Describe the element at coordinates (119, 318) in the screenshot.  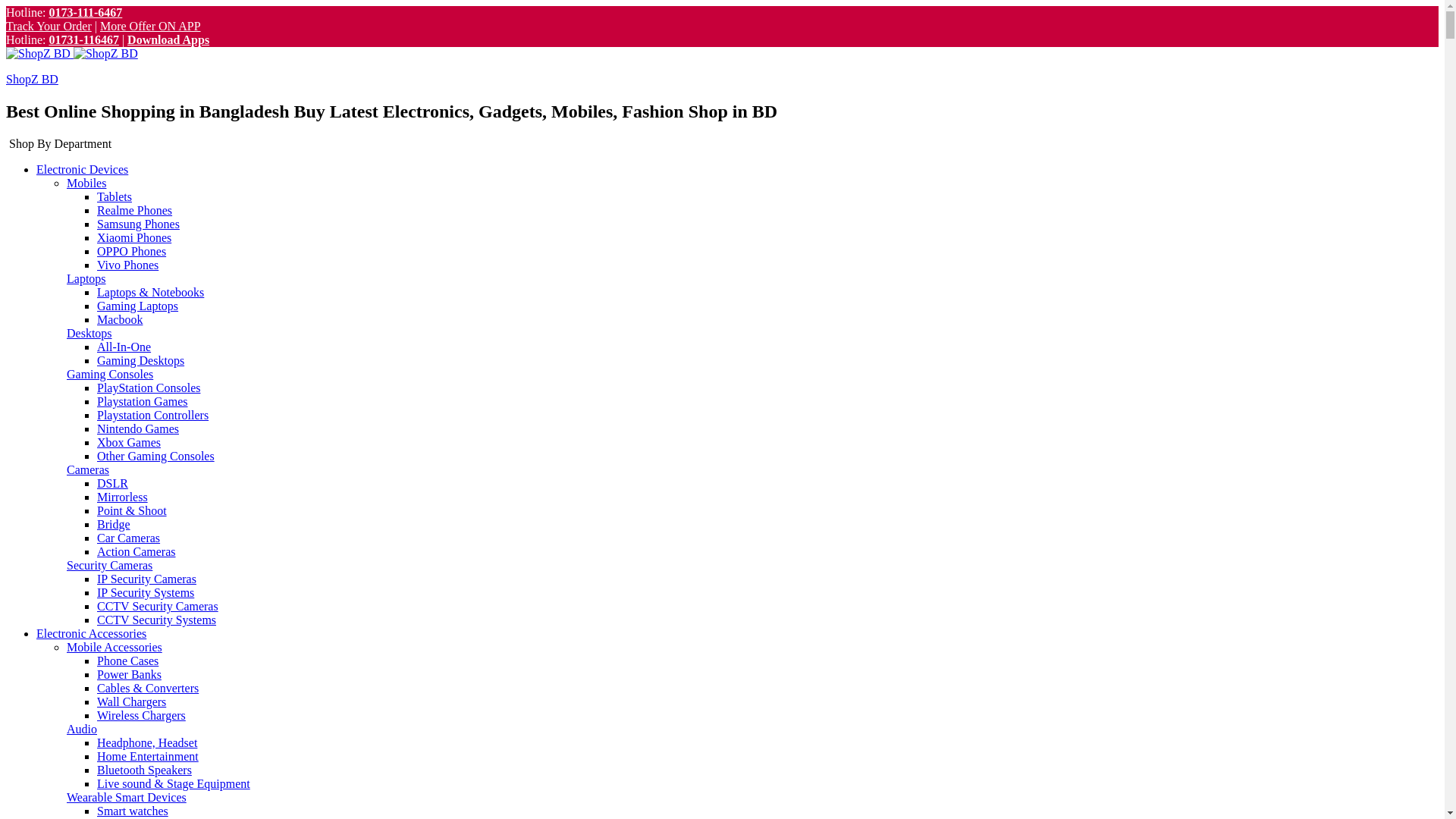
I see `'Macbook'` at that location.